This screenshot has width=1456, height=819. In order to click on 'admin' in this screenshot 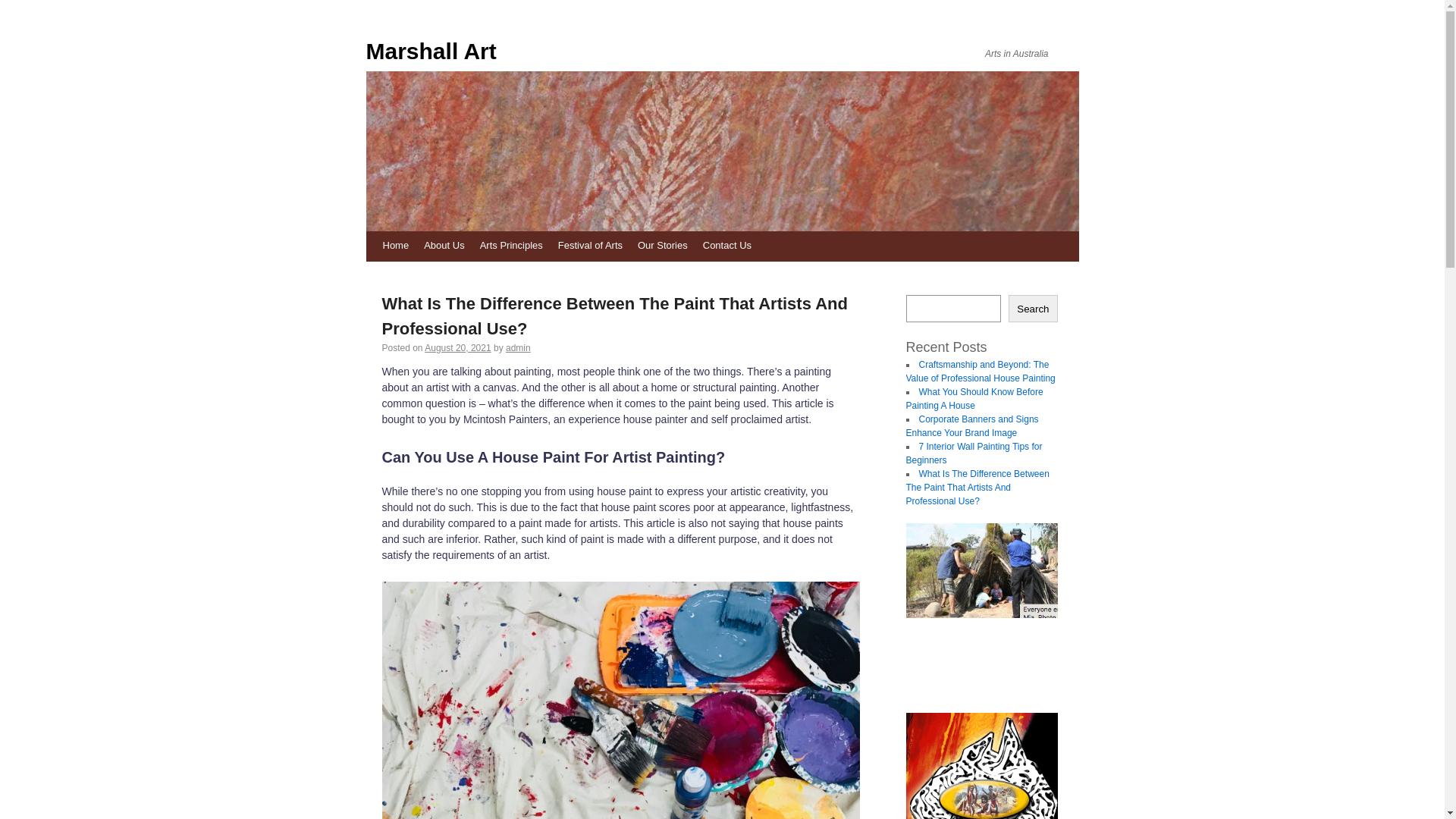, I will do `click(506, 348)`.